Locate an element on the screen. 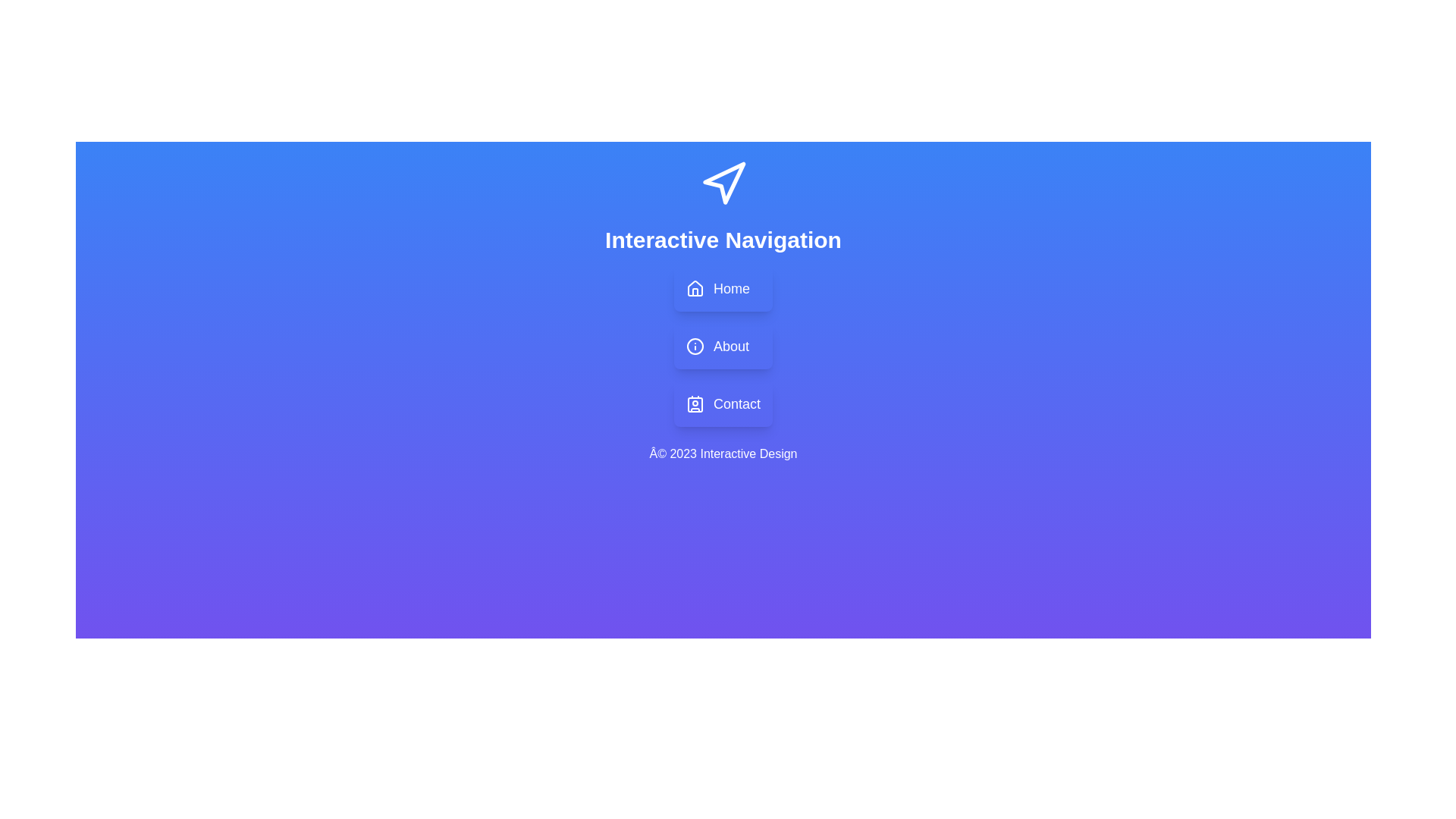 The width and height of the screenshot is (1456, 819). the 'Contact' navigation button, which is represented by an Icon (SVG) indicating contact information is located at coordinates (694, 403).